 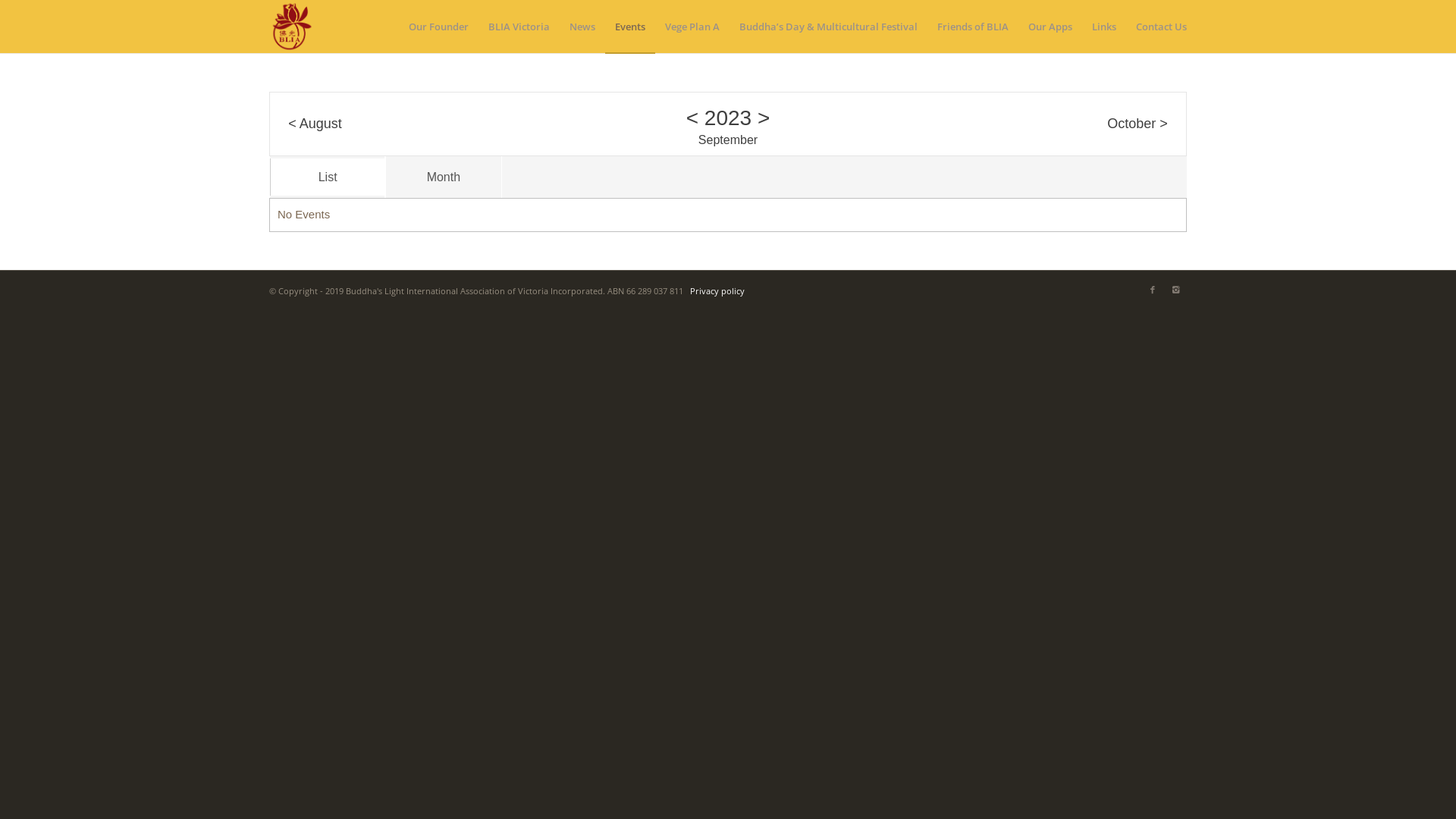 What do you see at coordinates (438, 26) in the screenshot?
I see `'Our Founder'` at bounding box center [438, 26].